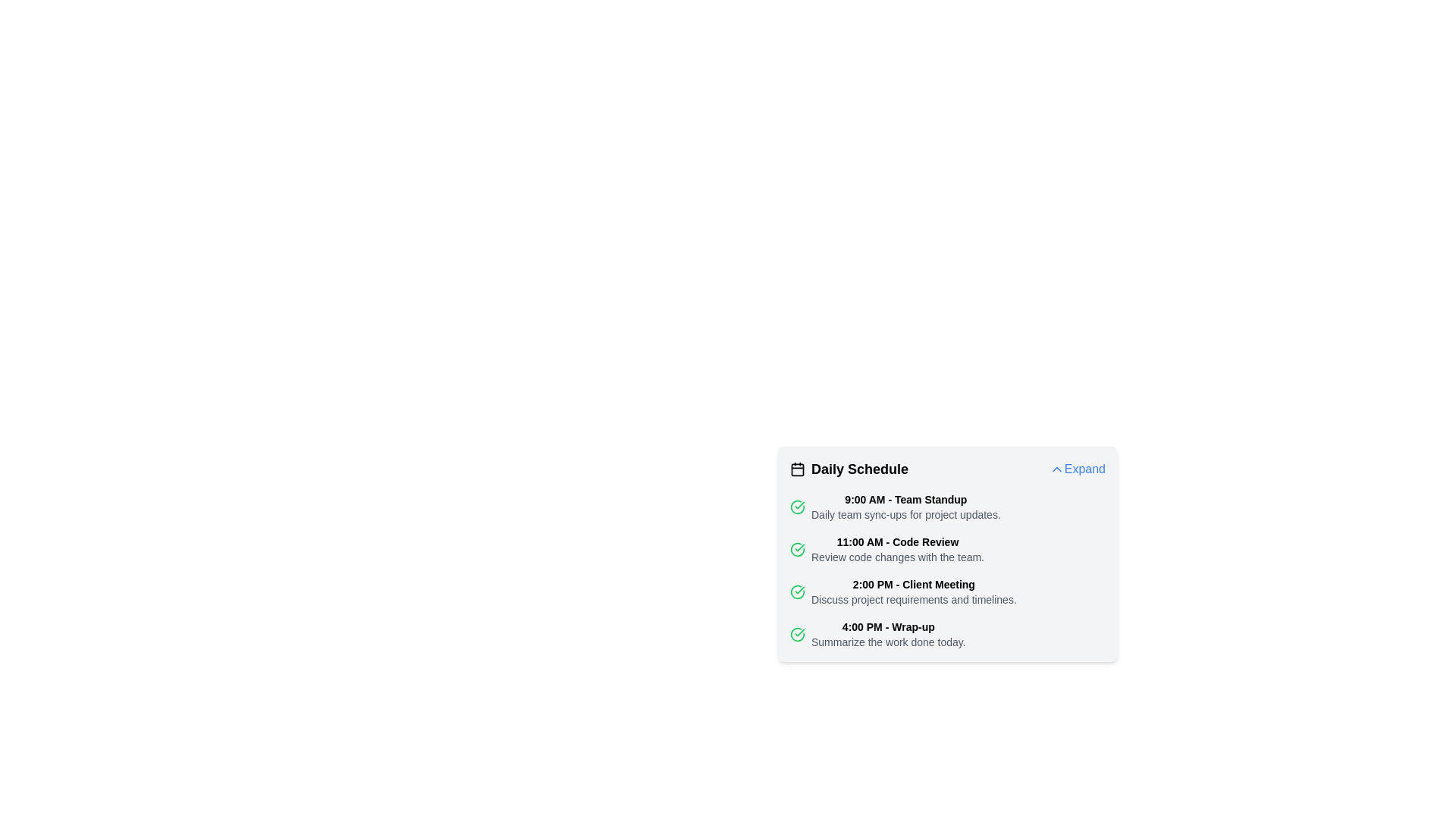  Describe the element at coordinates (905, 513) in the screenshot. I see `description text providing details about the 'Team Standup' event, which is located beneath the bolded '9:00 AM - Team Standup' text in the Daily Schedule section` at that location.